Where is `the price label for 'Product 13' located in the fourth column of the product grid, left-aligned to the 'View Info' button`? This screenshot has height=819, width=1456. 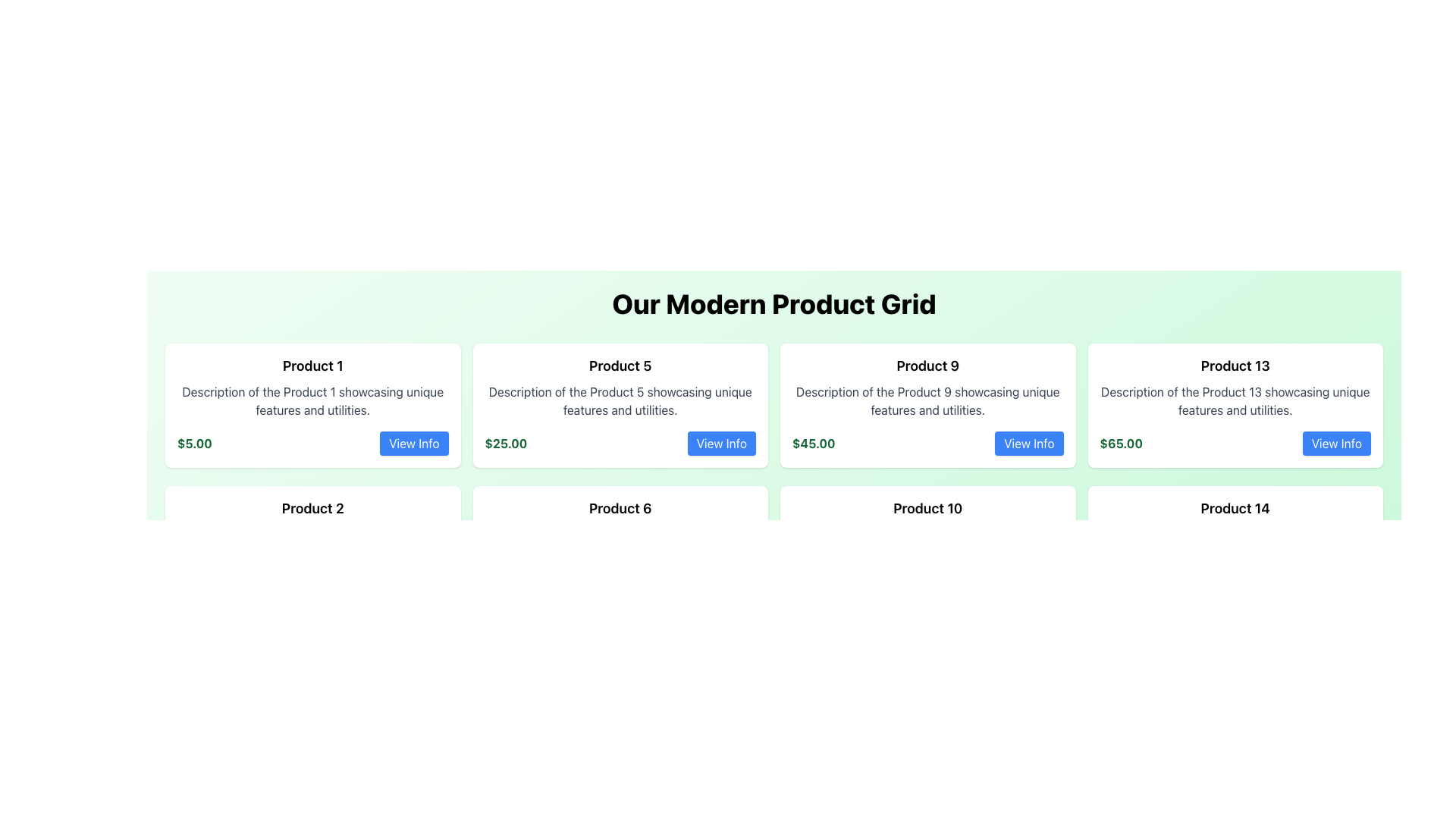
the price label for 'Product 13' located in the fourth column of the product grid, left-aligned to the 'View Info' button is located at coordinates (1121, 444).